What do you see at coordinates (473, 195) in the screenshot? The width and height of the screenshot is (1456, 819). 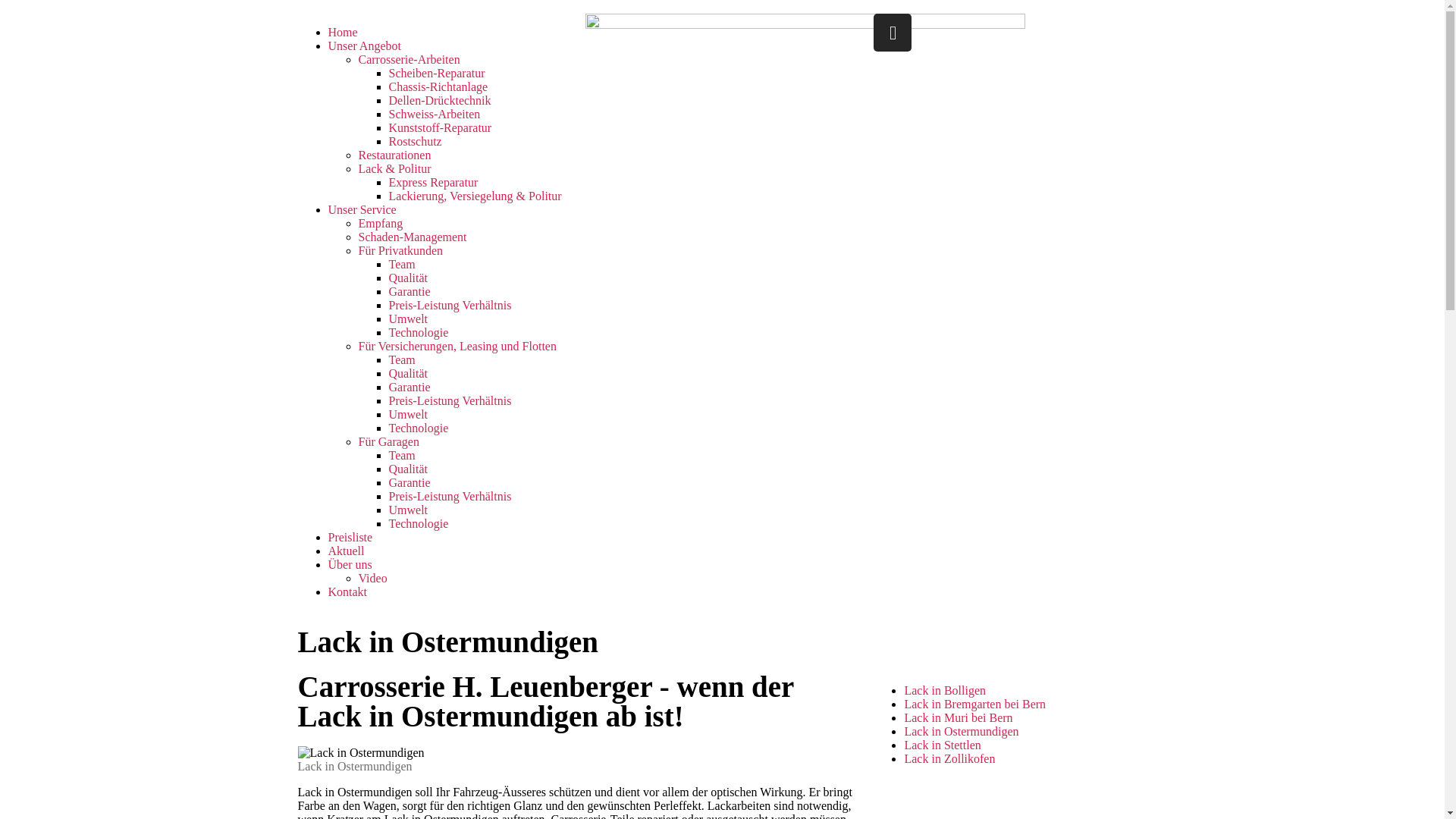 I see `'Lackierung, Versiegelung & Politur'` at bounding box center [473, 195].